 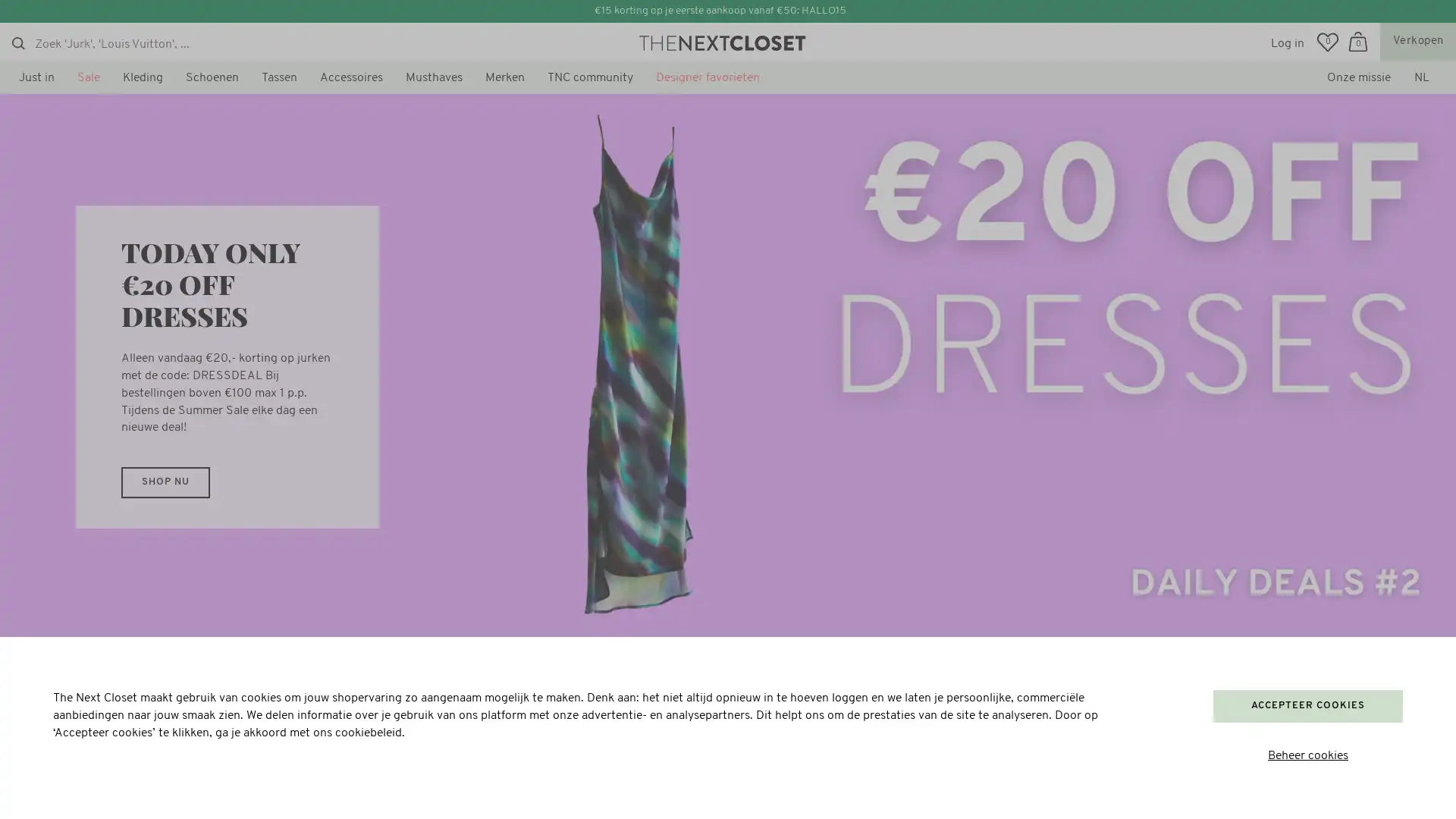 What do you see at coordinates (1307, 756) in the screenshot?
I see `Beheer cookies` at bounding box center [1307, 756].